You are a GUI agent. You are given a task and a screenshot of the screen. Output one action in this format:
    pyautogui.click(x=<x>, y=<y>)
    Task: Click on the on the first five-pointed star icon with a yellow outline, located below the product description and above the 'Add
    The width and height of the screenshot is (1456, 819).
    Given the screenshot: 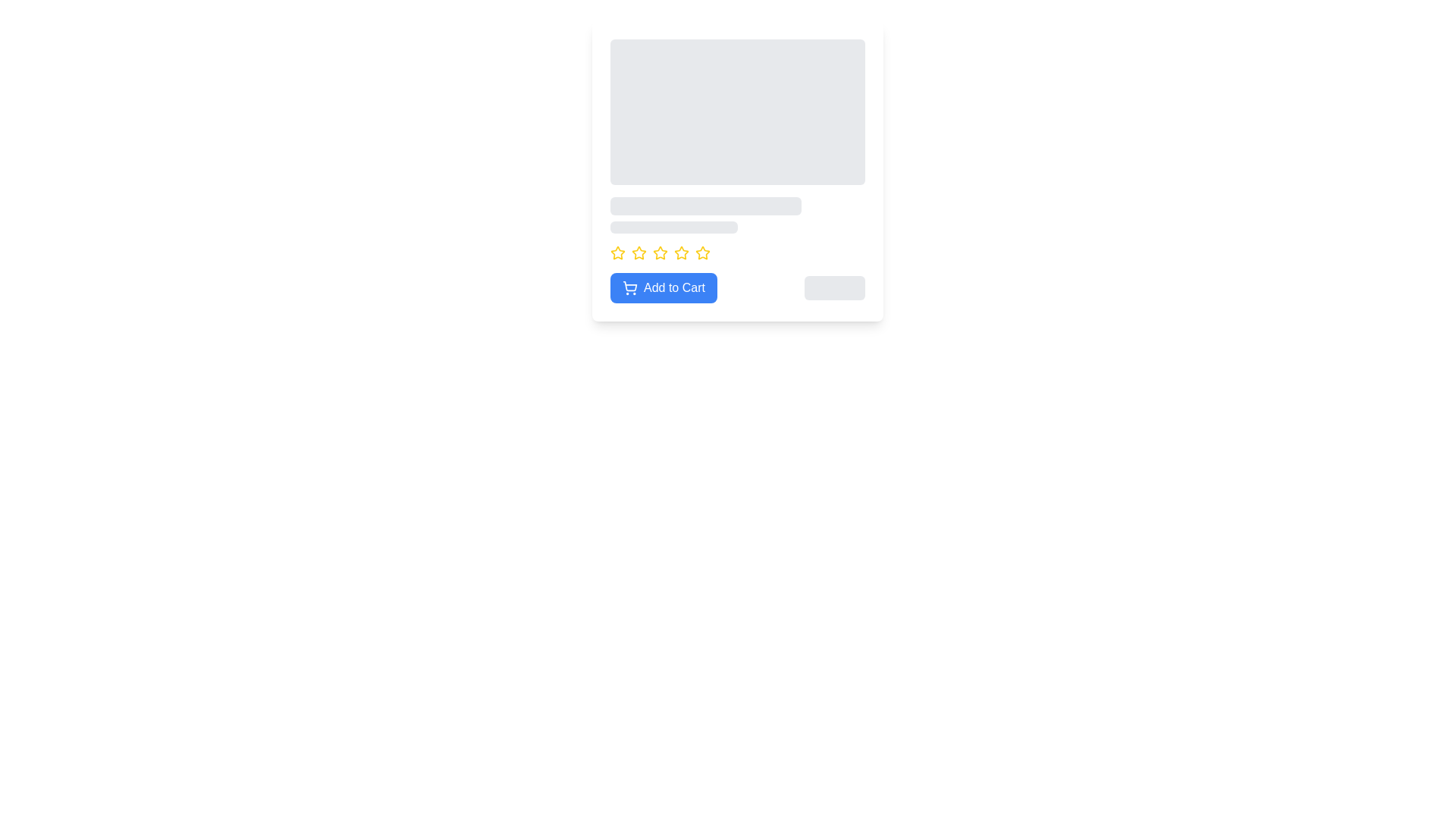 What is the action you would take?
    pyautogui.click(x=618, y=253)
    